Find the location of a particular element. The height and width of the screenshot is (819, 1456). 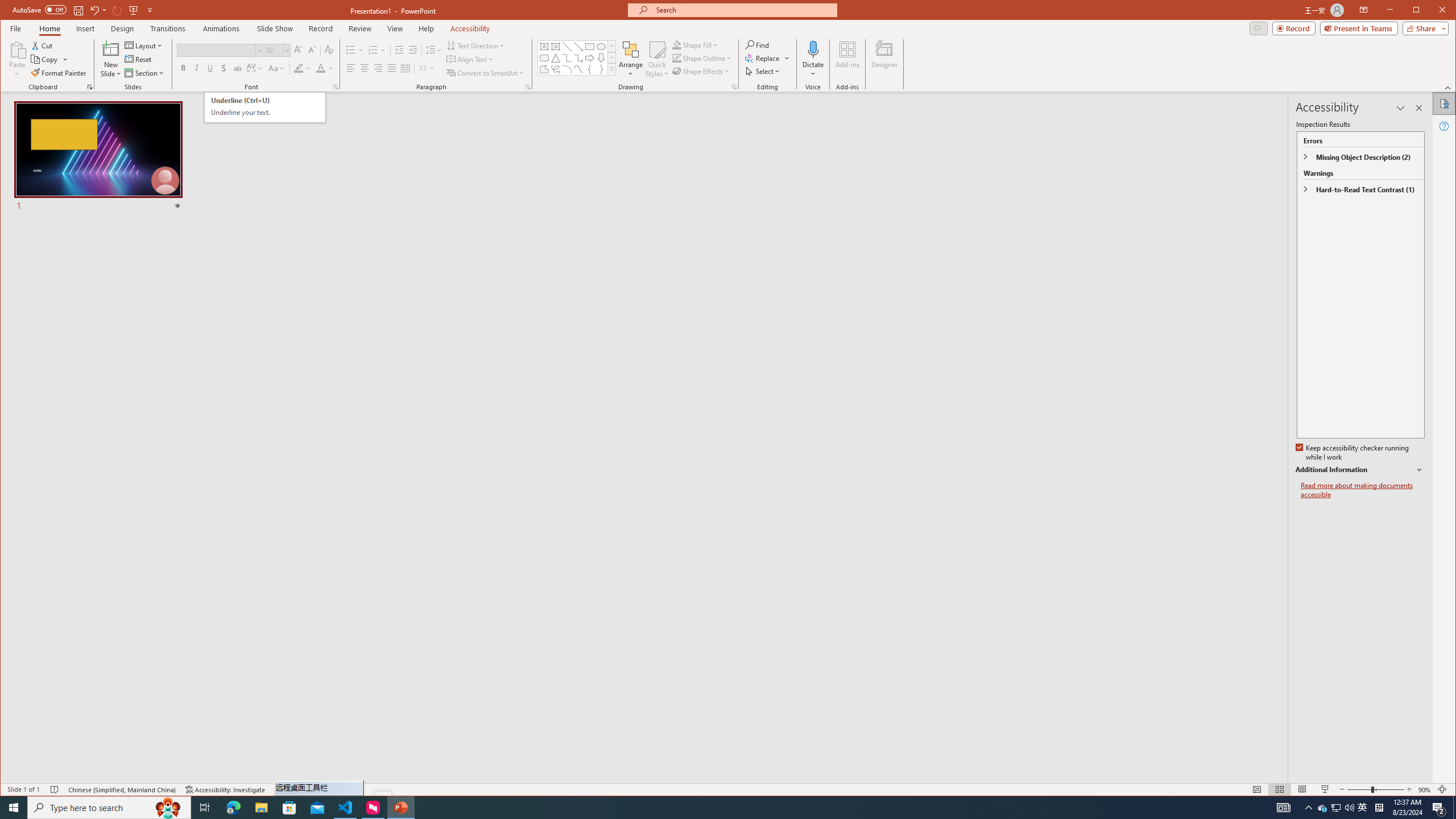

'Zoom 90%' is located at coordinates (1424, 789).